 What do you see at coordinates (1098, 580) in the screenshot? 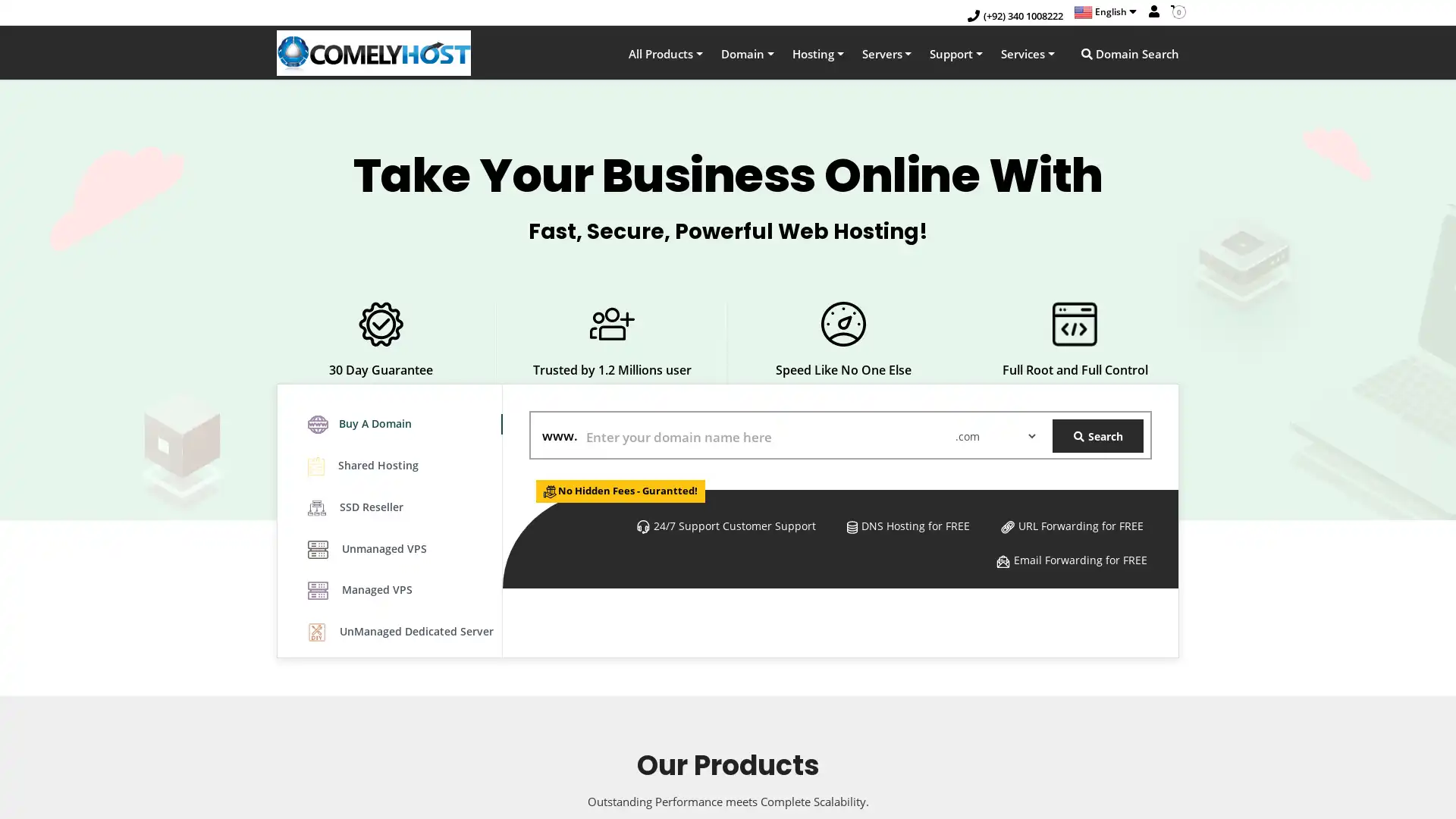
I see `Search` at bounding box center [1098, 580].